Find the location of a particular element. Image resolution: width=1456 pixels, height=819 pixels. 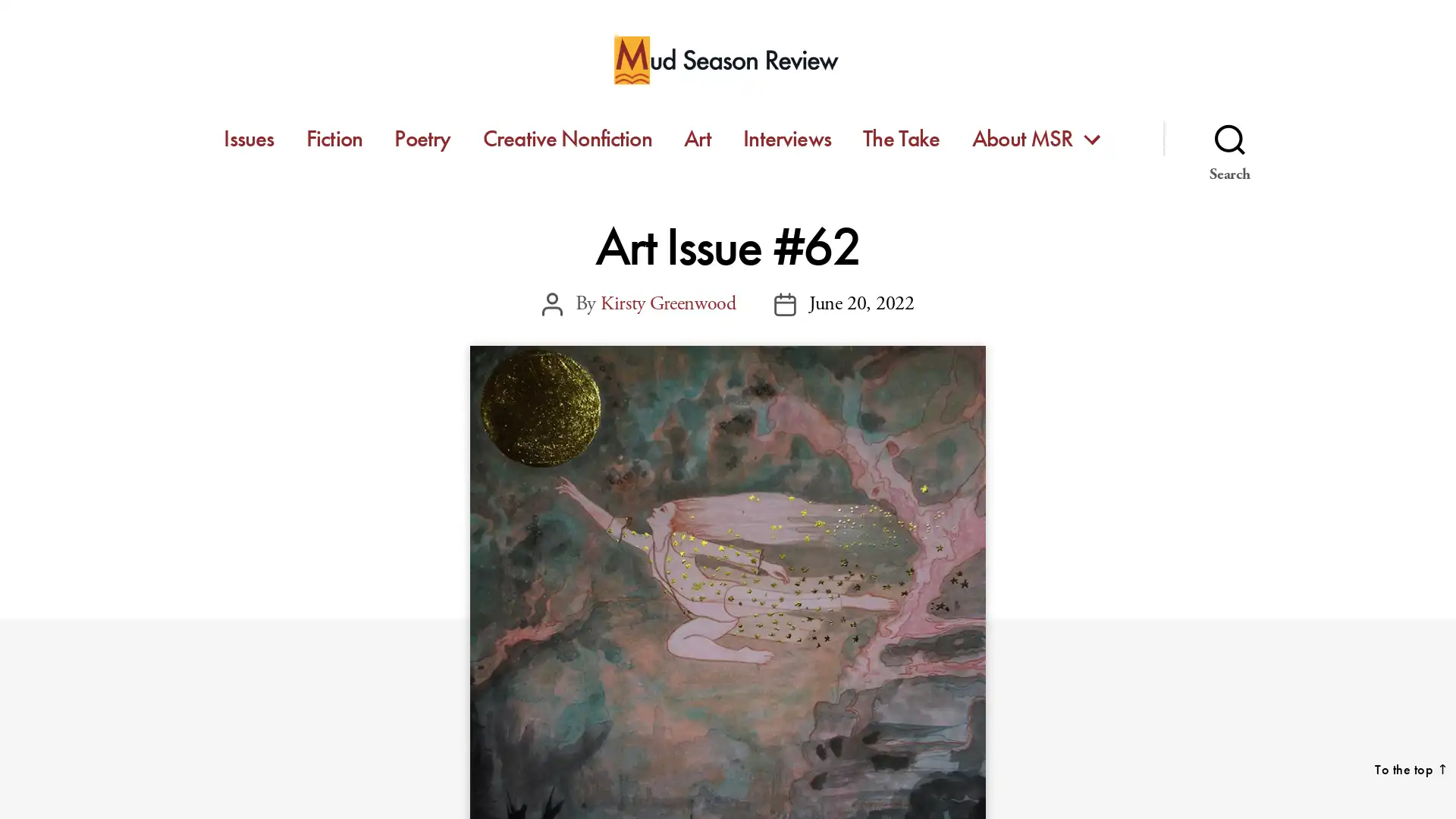

Search is located at coordinates (1229, 138).